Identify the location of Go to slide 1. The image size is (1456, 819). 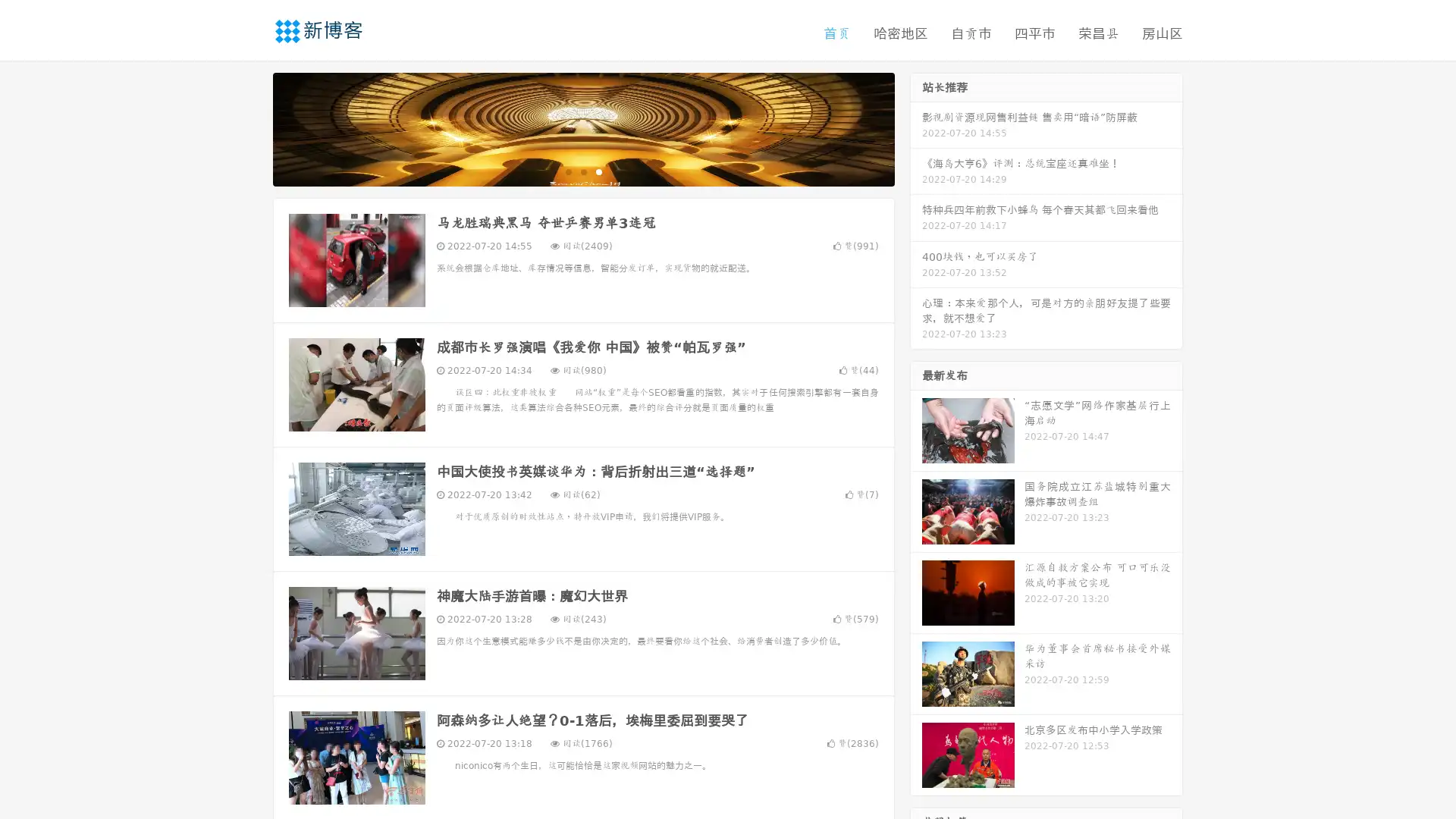
(567, 171).